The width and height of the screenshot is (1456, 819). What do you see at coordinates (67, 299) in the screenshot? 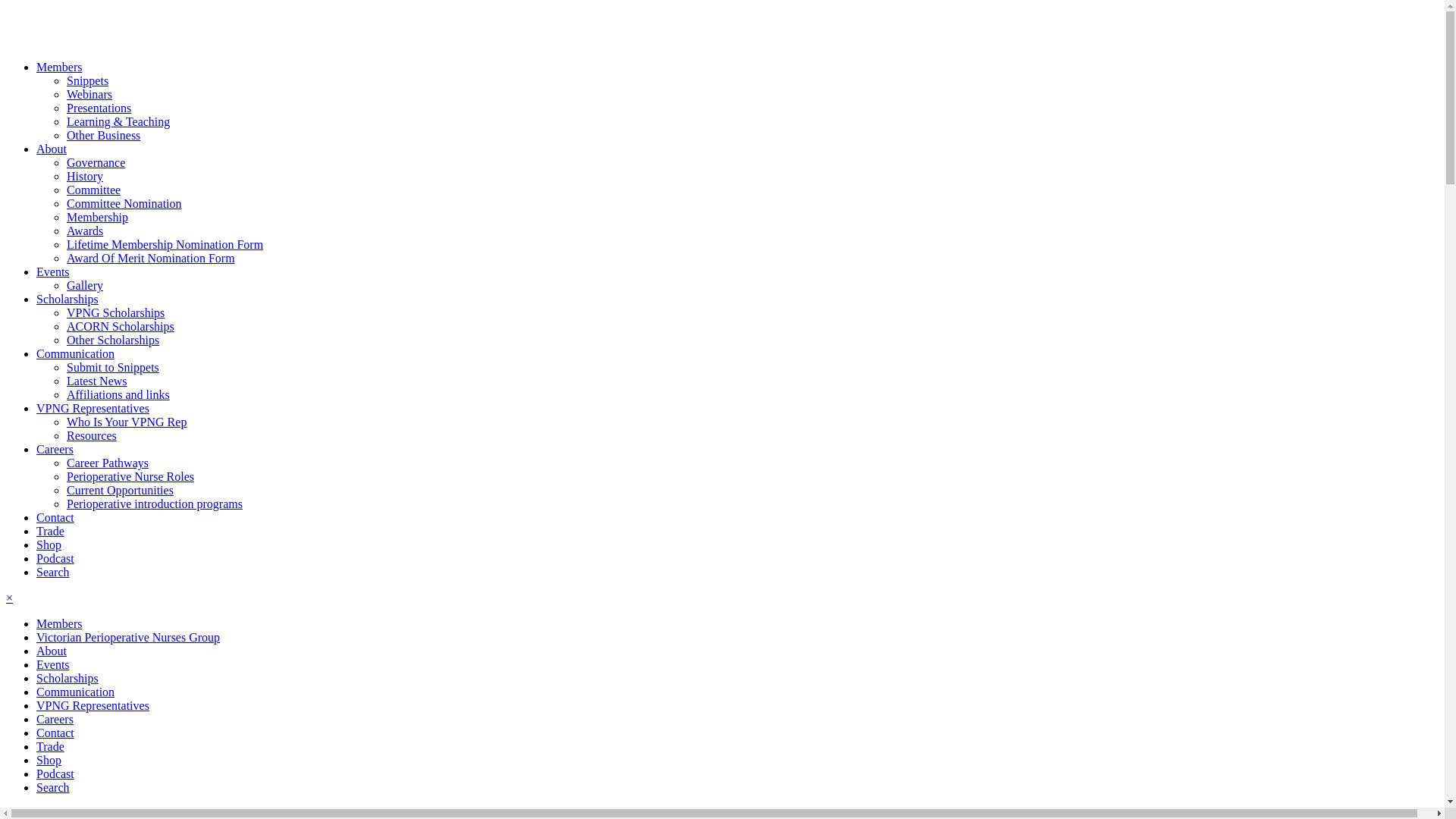
I see `'Scholarships'` at bounding box center [67, 299].